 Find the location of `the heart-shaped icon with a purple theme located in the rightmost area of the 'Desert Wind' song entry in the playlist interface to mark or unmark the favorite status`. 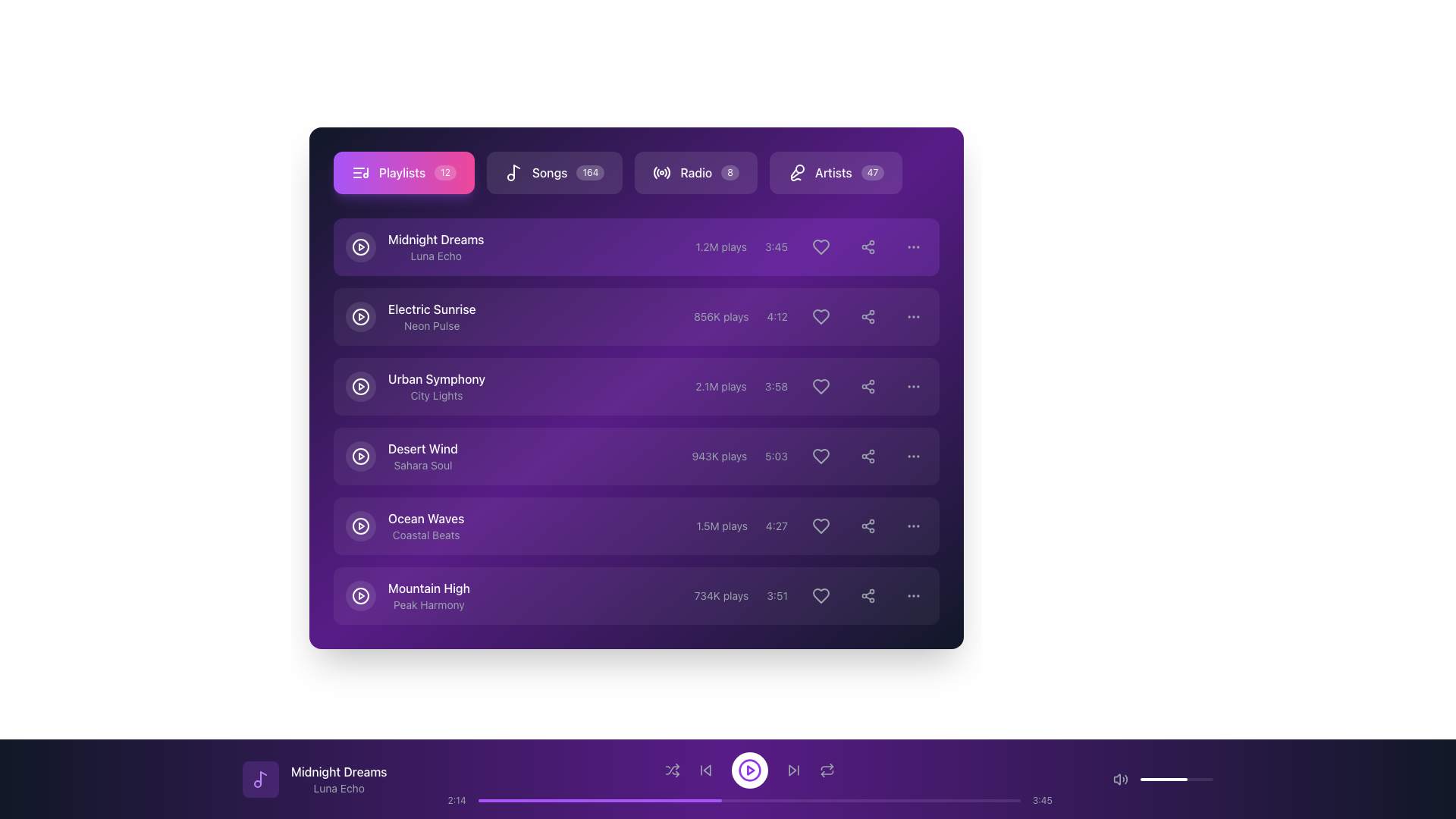

the heart-shaped icon with a purple theme located in the rightmost area of the 'Desert Wind' song entry in the playlist interface to mark or unmark the favorite status is located at coordinates (821, 455).